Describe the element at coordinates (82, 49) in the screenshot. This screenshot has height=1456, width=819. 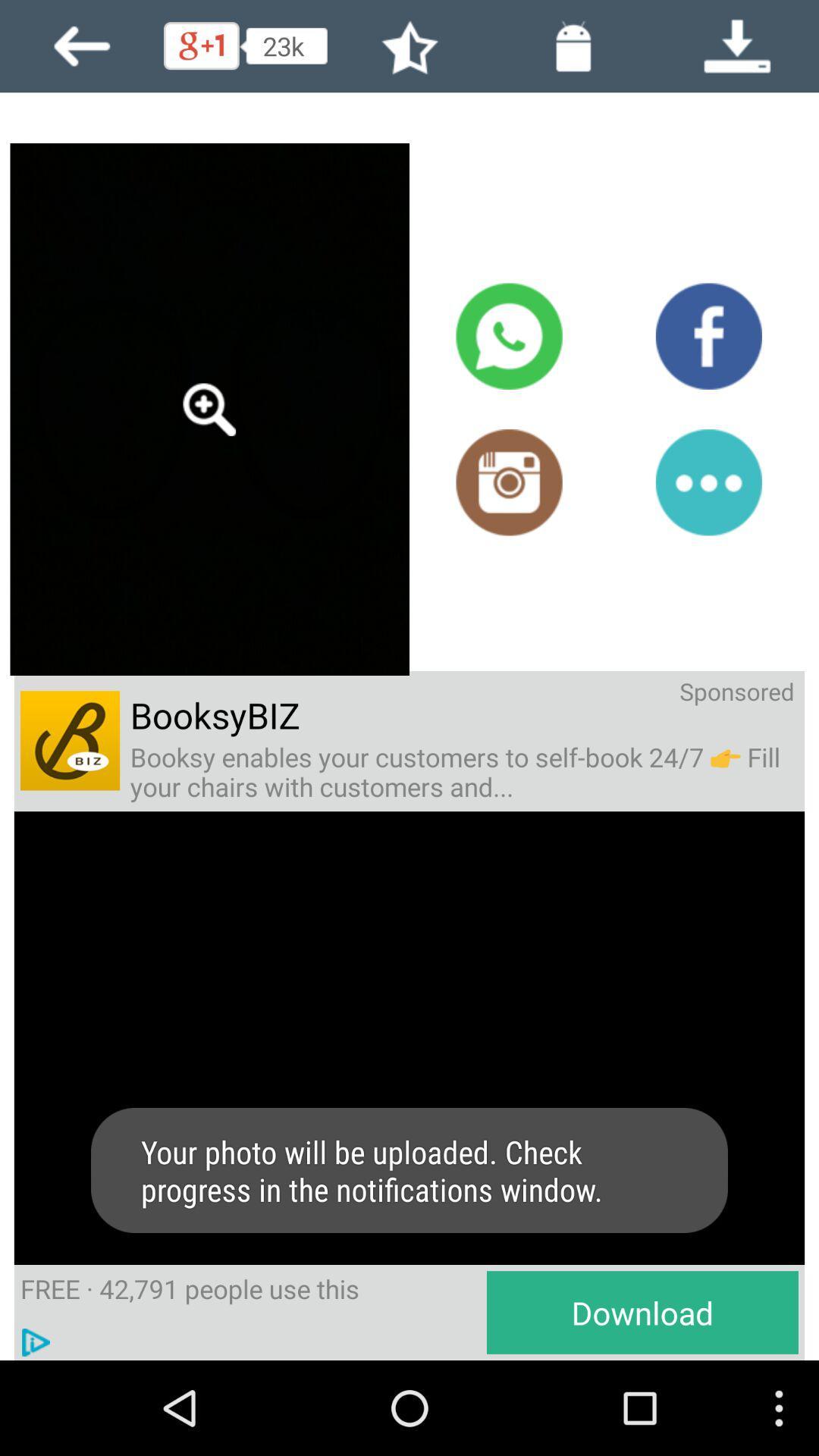
I see `the arrow_backward icon` at that location.